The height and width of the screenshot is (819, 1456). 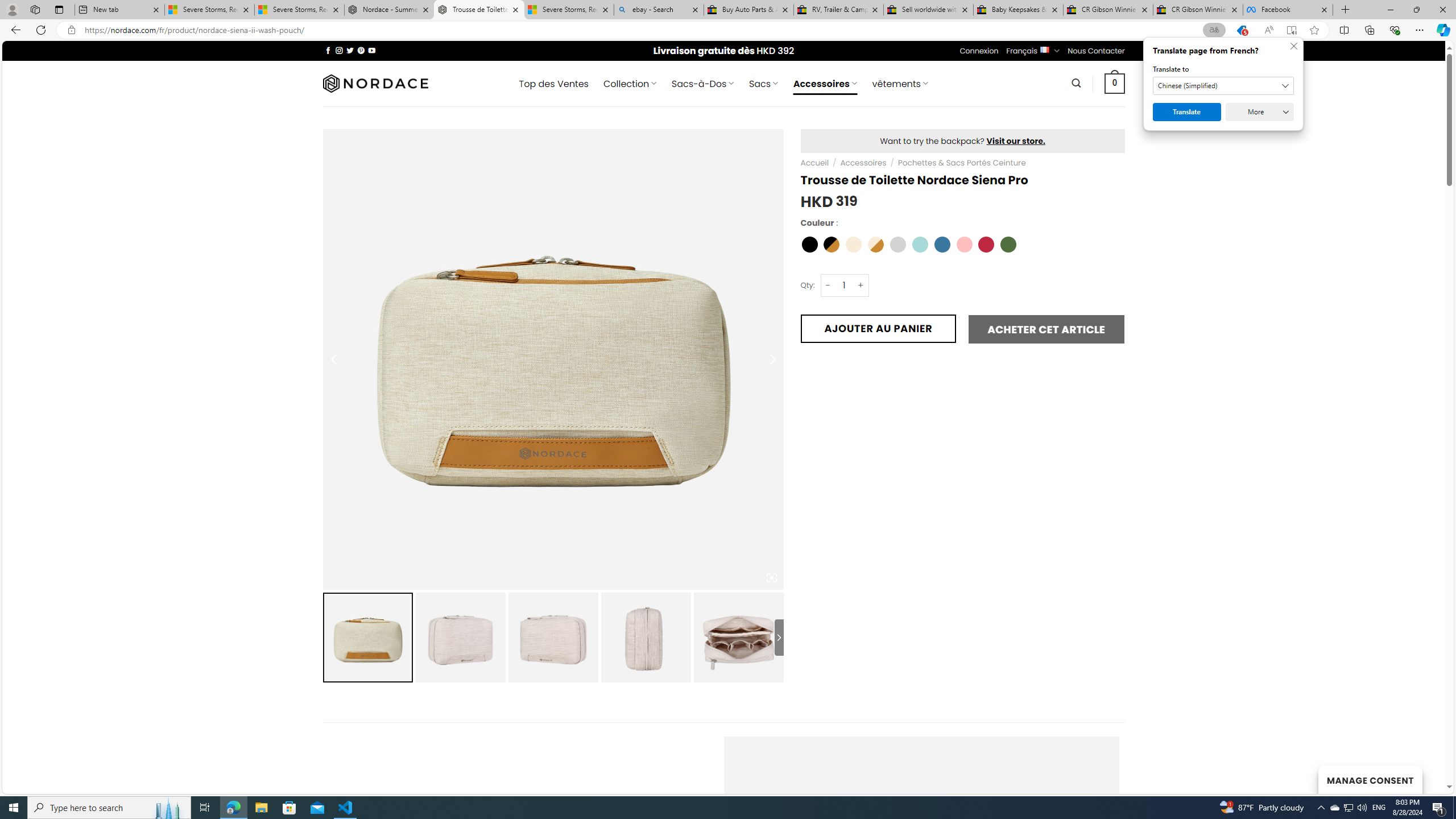 What do you see at coordinates (350, 50) in the screenshot?
I see `'Nous suivre sur Twitter'` at bounding box center [350, 50].